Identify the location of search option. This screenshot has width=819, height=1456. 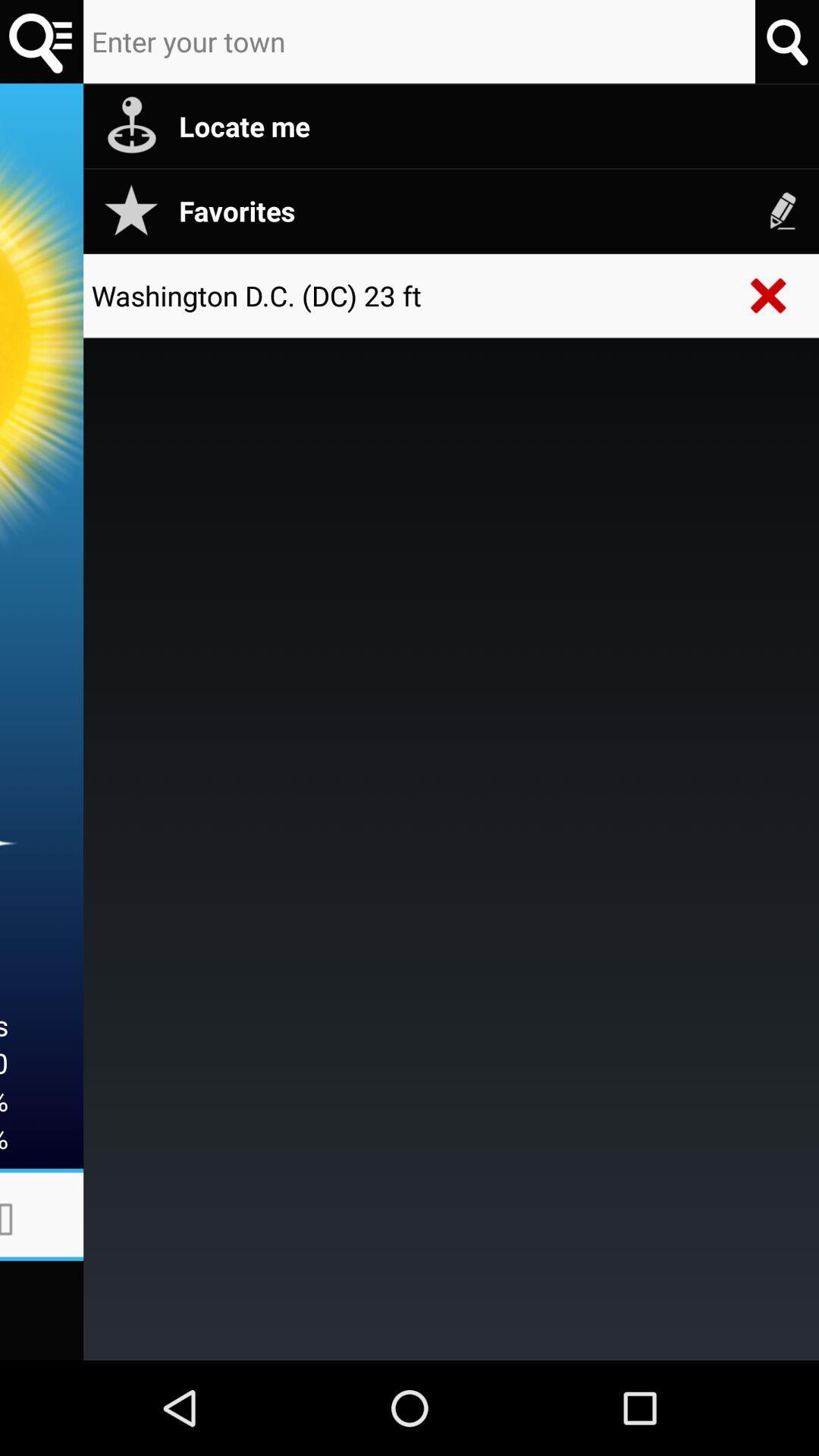
(786, 41).